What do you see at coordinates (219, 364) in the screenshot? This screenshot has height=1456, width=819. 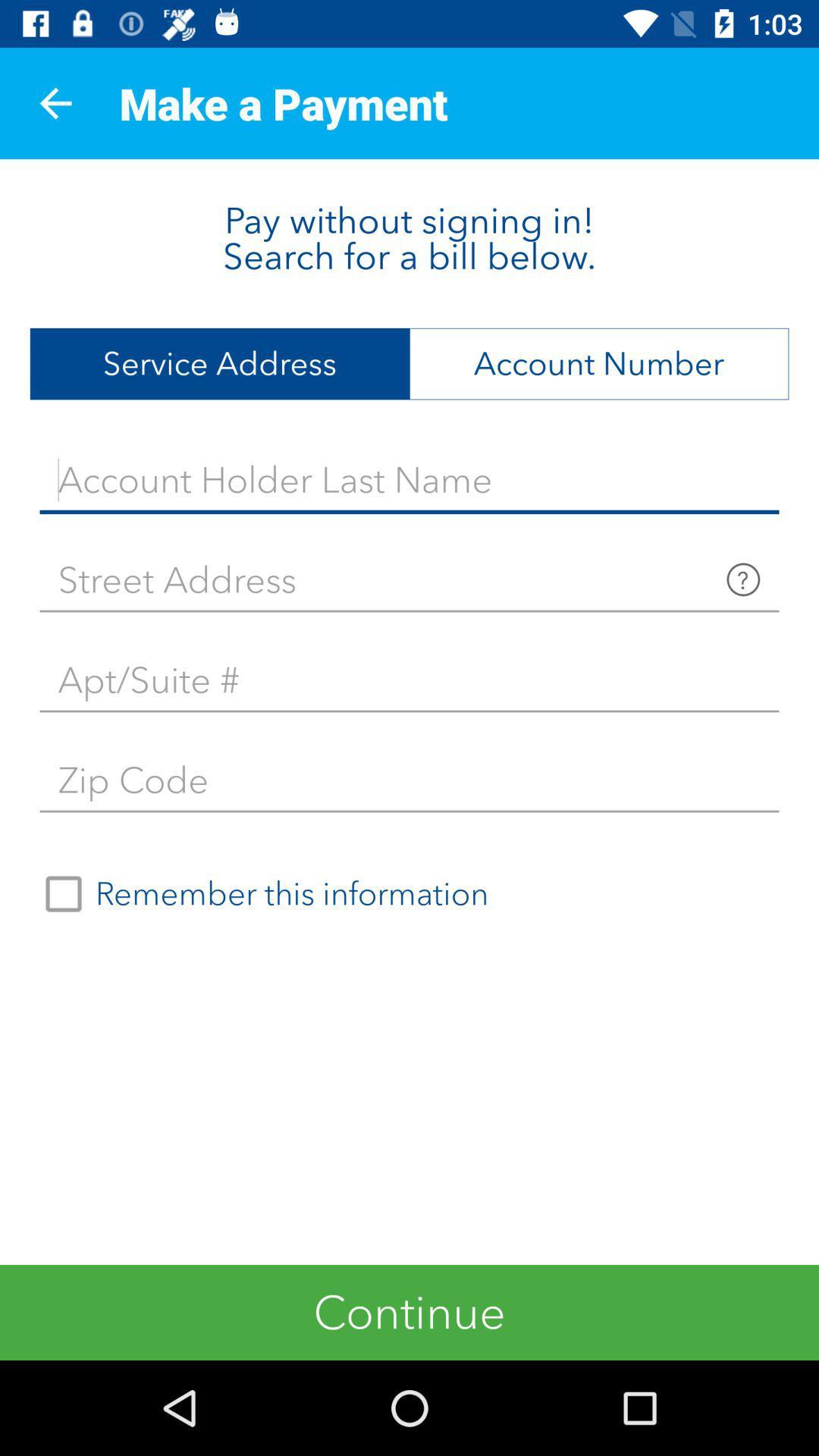 I see `item below the pay without signing icon` at bounding box center [219, 364].